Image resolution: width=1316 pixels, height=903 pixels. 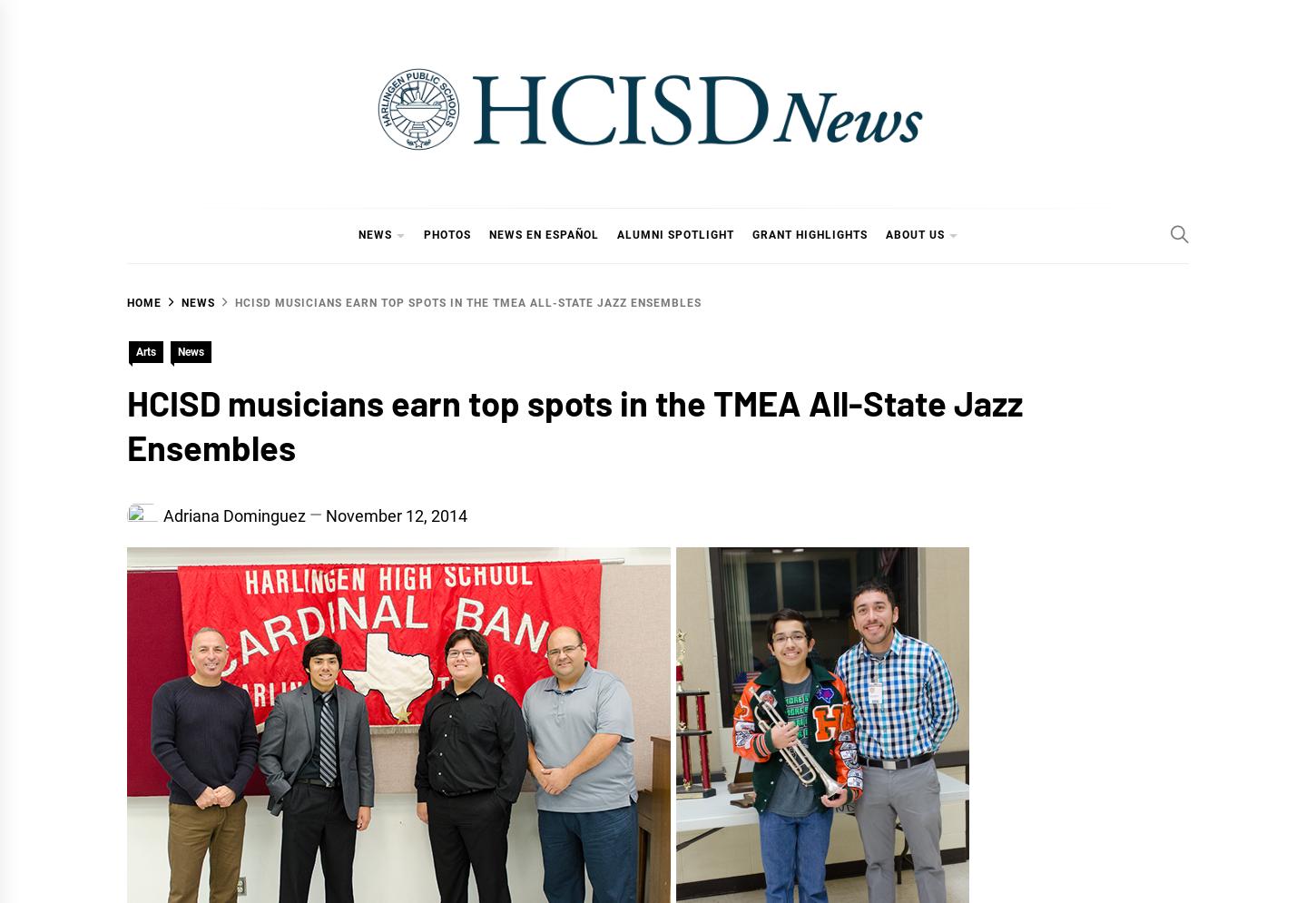 What do you see at coordinates (409, 316) in the screenshot?
I see `'Academics'` at bounding box center [409, 316].